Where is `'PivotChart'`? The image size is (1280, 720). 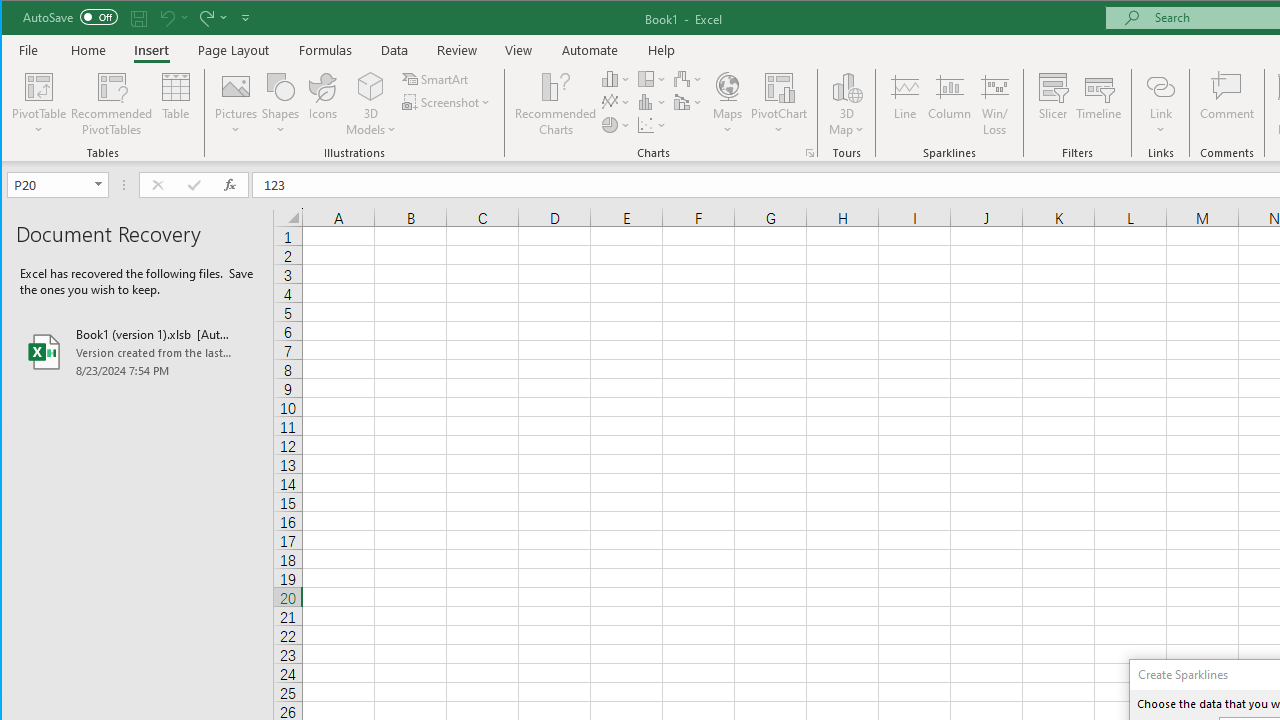
'PivotChart' is located at coordinates (778, 85).